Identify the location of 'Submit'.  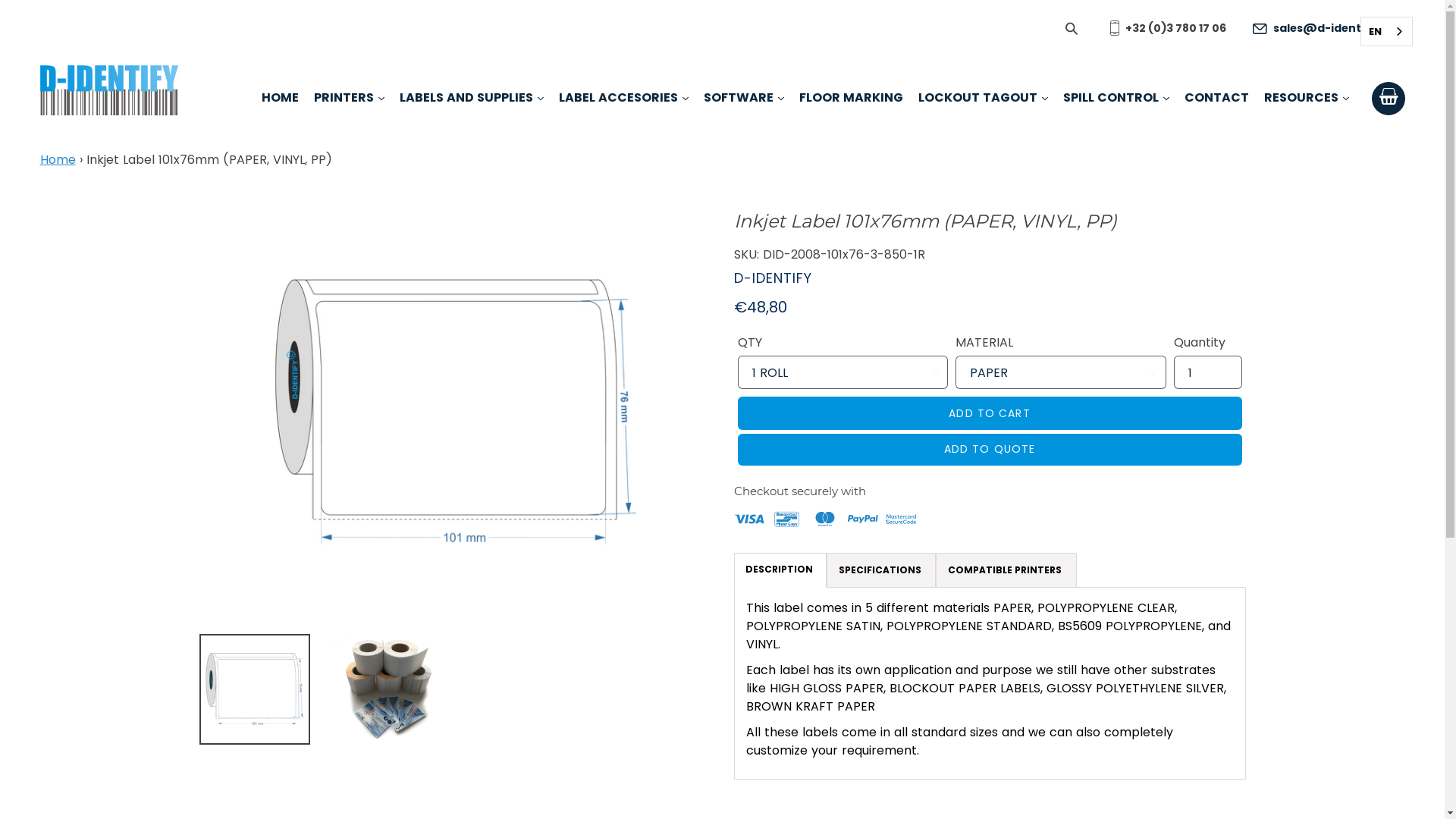
(1072, 27).